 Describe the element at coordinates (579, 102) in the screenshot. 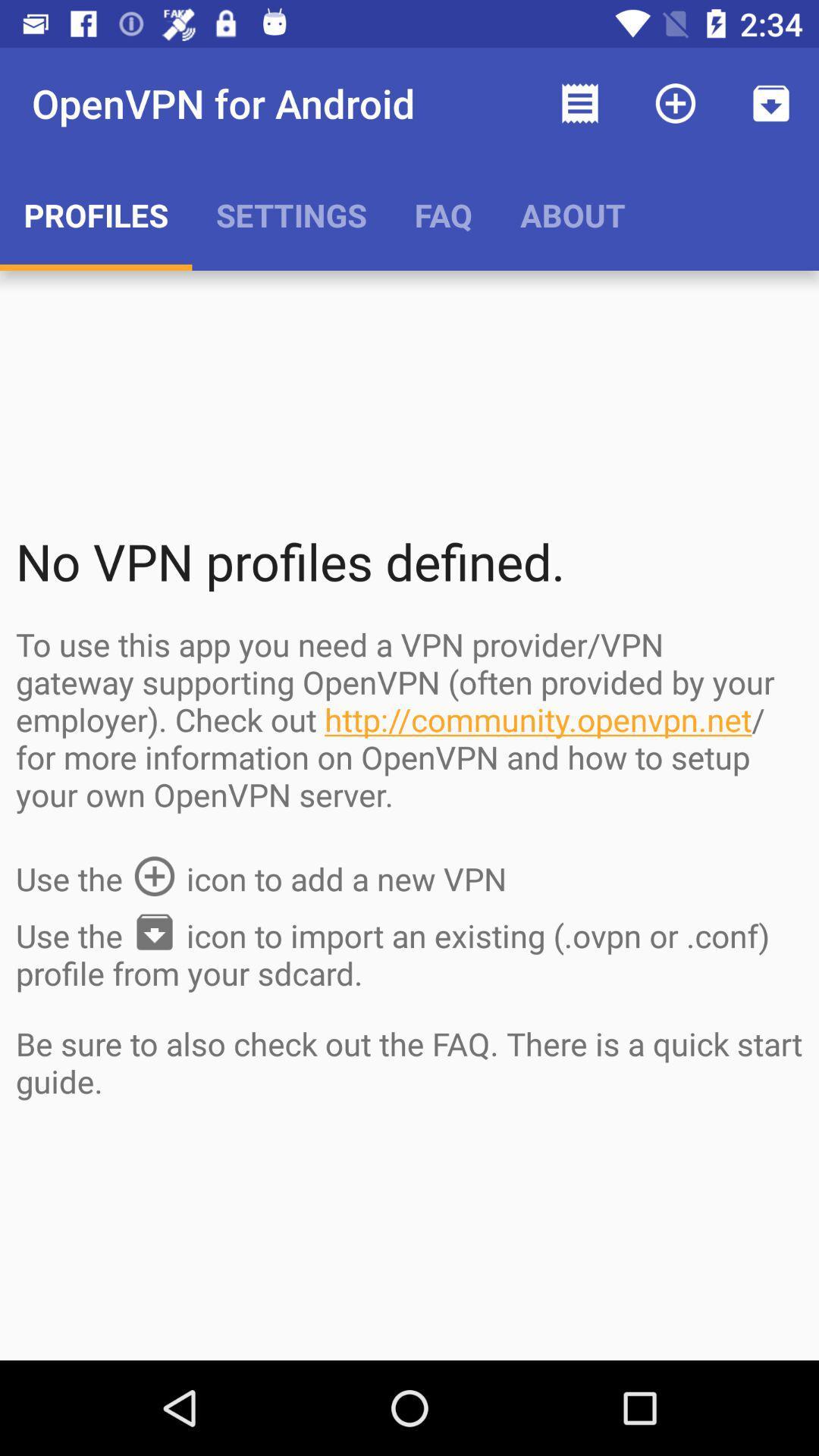

I see `the app to the right of faq app` at that location.